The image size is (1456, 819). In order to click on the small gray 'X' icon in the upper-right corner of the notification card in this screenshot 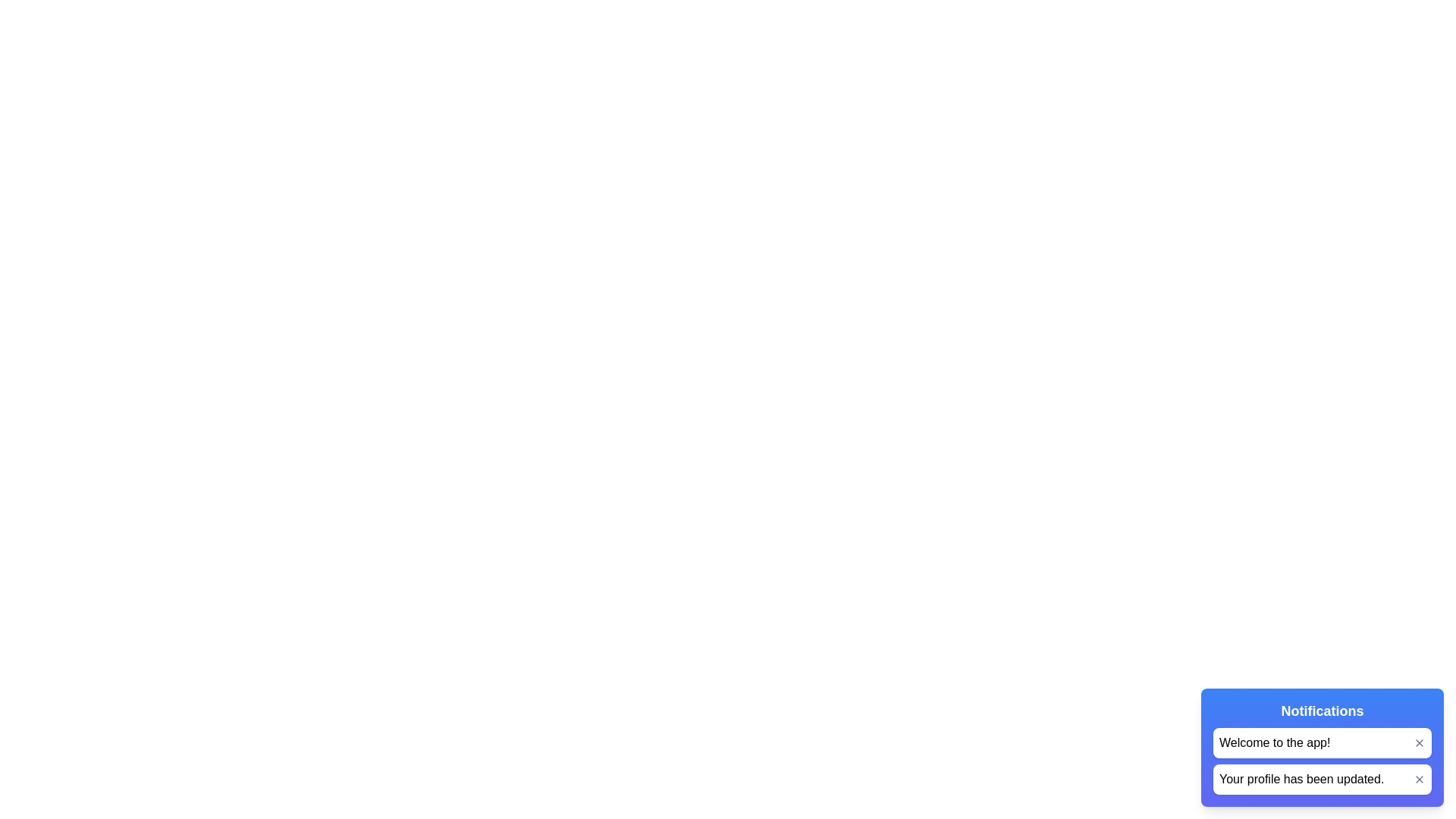, I will do `click(1419, 742)`.